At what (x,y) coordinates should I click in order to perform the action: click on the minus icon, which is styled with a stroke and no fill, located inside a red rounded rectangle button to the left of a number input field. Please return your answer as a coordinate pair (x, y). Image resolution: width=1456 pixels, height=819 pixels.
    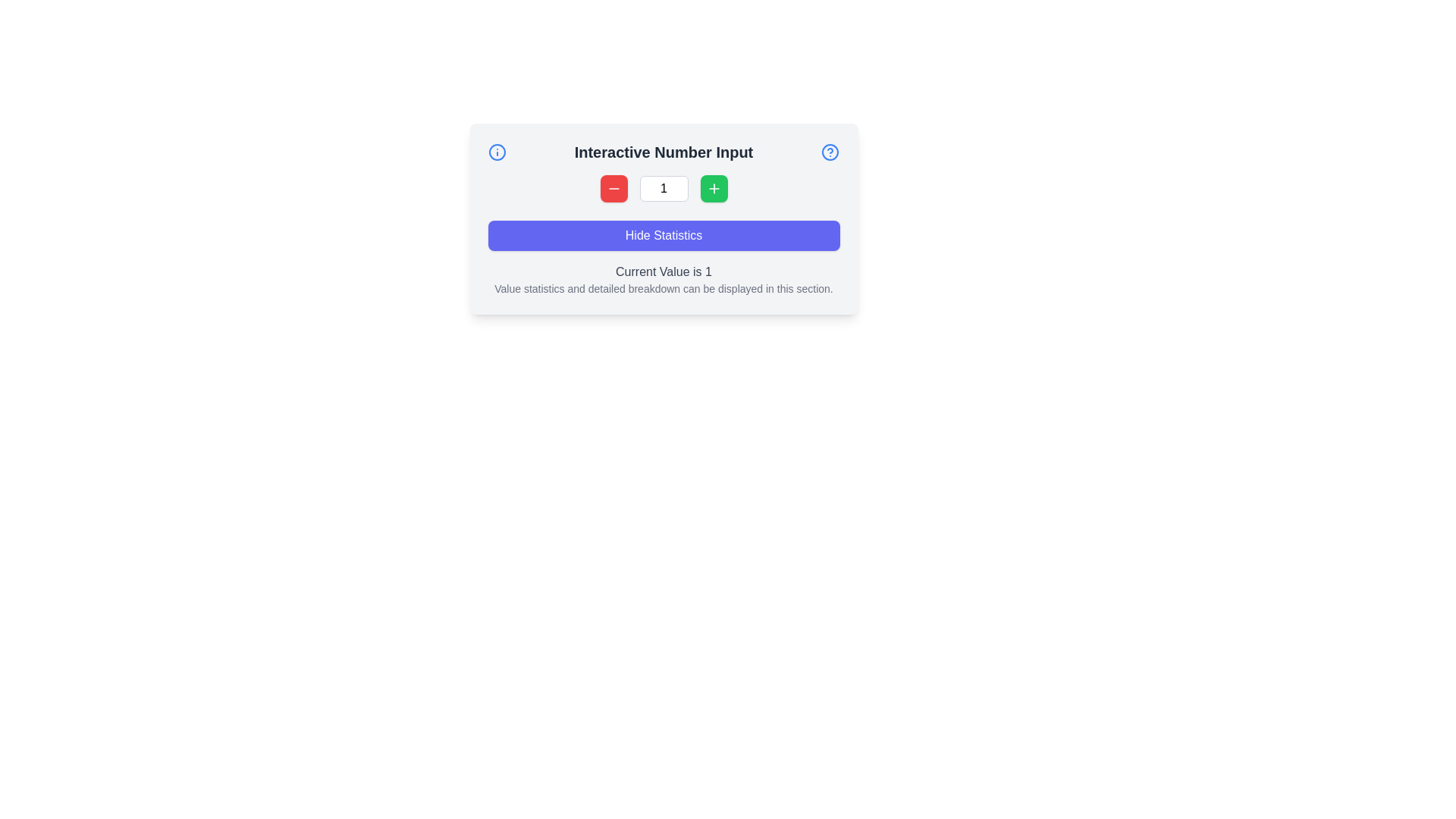
    Looking at the image, I should click on (613, 188).